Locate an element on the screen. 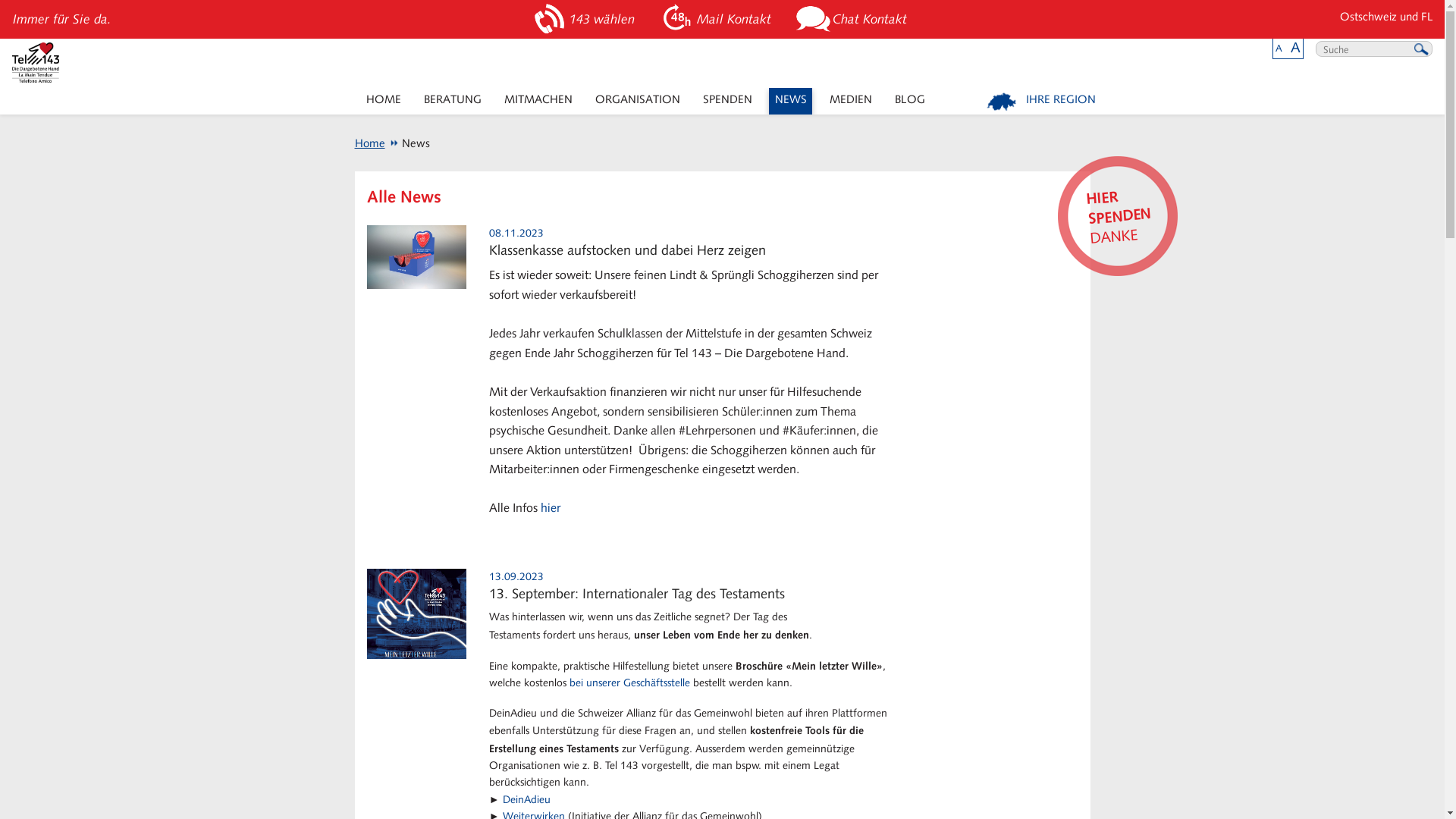  'BERATUNG' is located at coordinates (451, 101).